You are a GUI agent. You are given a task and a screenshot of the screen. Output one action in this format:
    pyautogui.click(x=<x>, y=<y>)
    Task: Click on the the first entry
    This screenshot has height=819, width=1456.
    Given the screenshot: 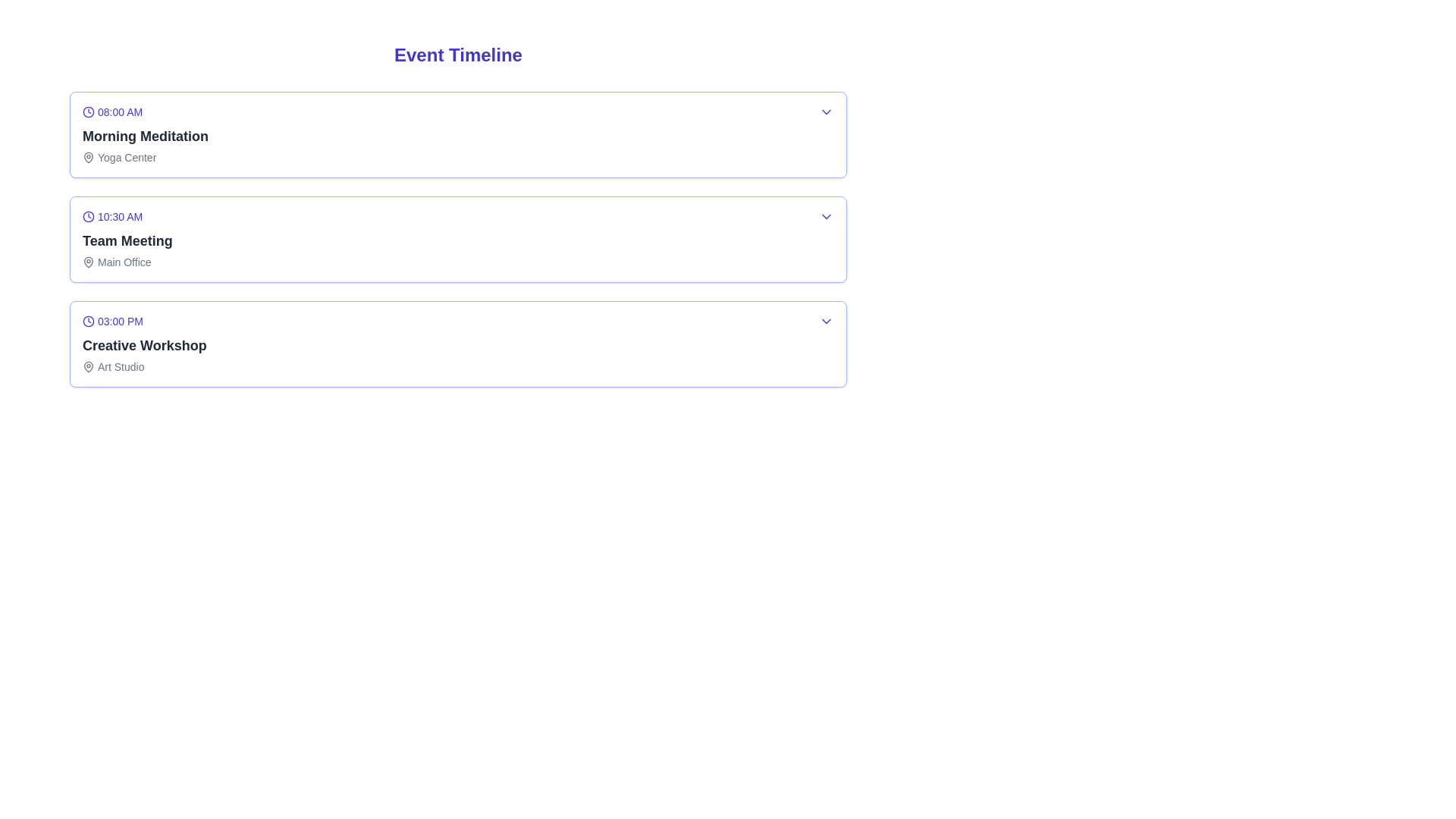 What is the action you would take?
    pyautogui.click(x=457, y=133)
    